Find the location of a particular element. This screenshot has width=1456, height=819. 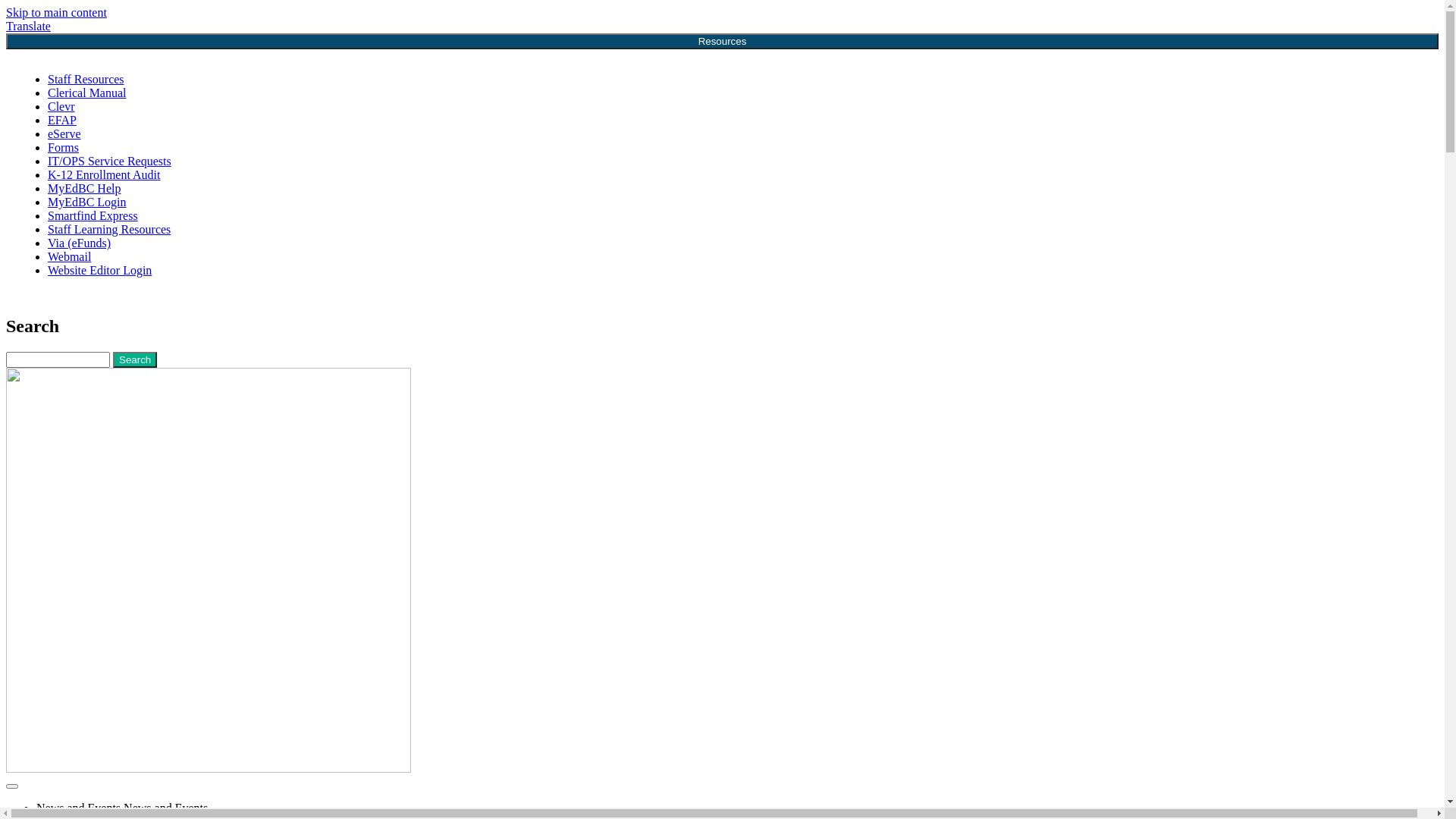

'Search' is located at coordinates (134, 359).